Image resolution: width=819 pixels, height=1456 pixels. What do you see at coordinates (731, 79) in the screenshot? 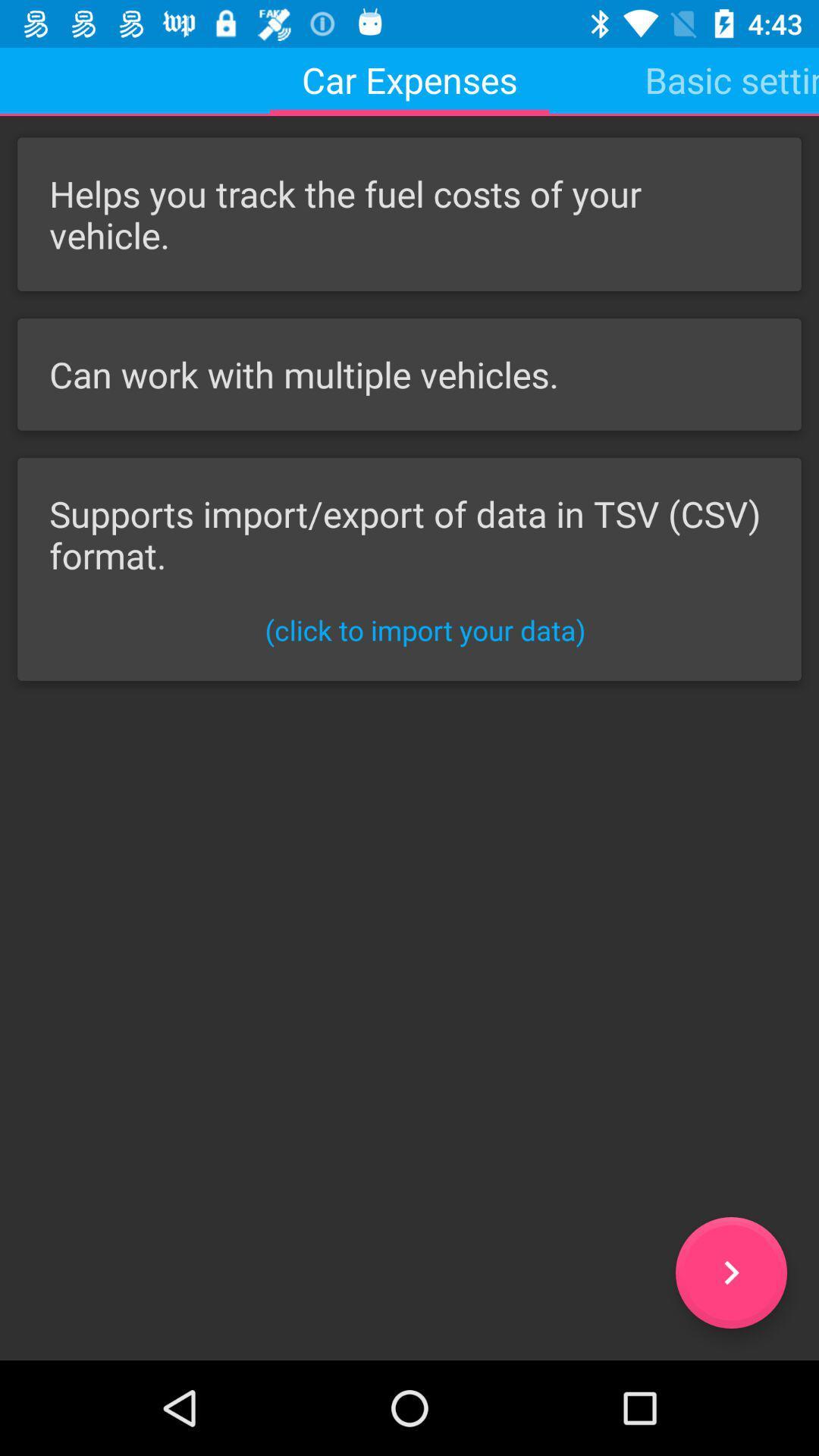
I see `icon next to car expenses item` at bounding box center [731, 79].